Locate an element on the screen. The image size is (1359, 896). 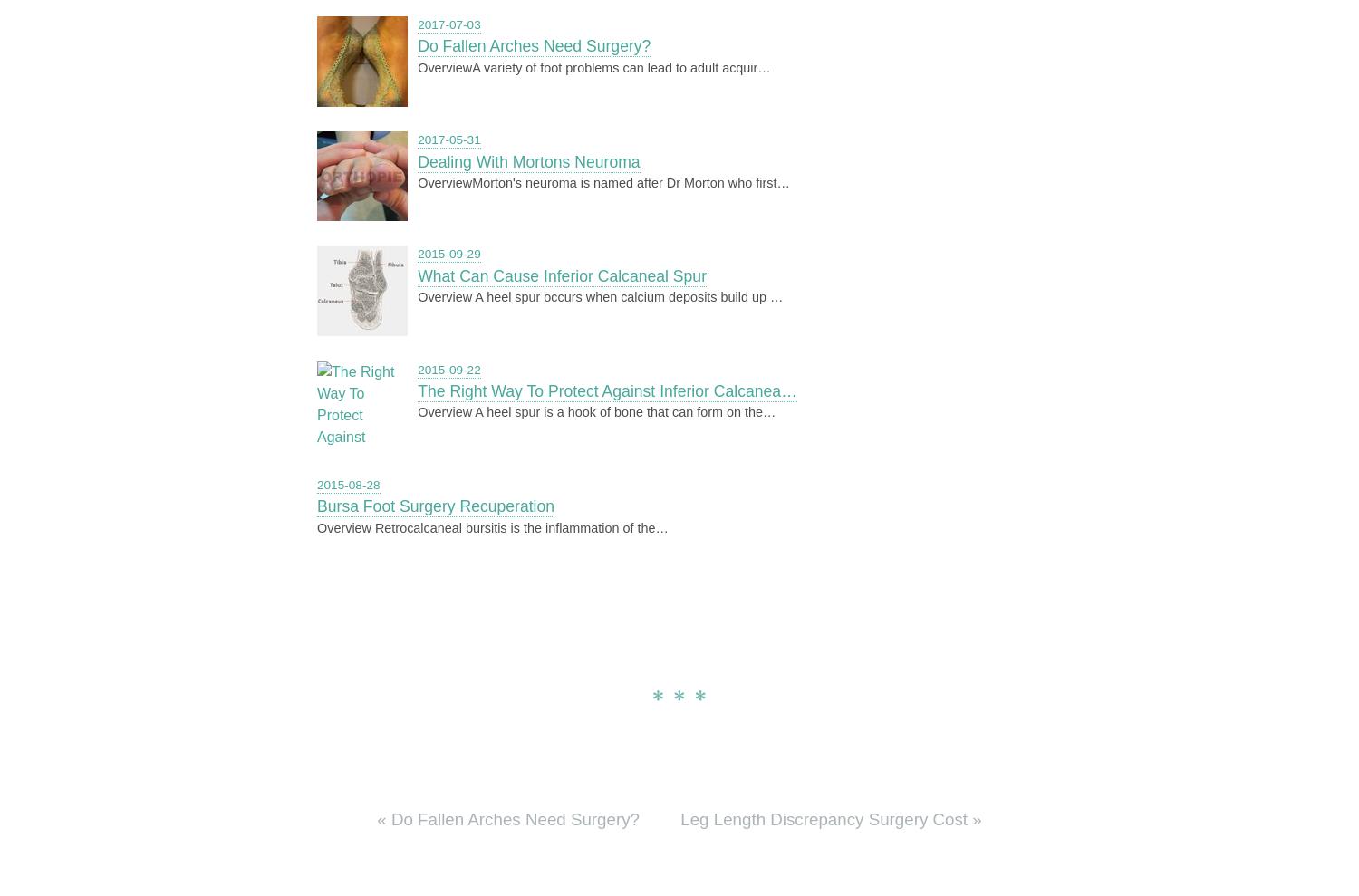
'The Right Way To Protect Against Inferior Calcanea…' is located at coordinates (416, 390).